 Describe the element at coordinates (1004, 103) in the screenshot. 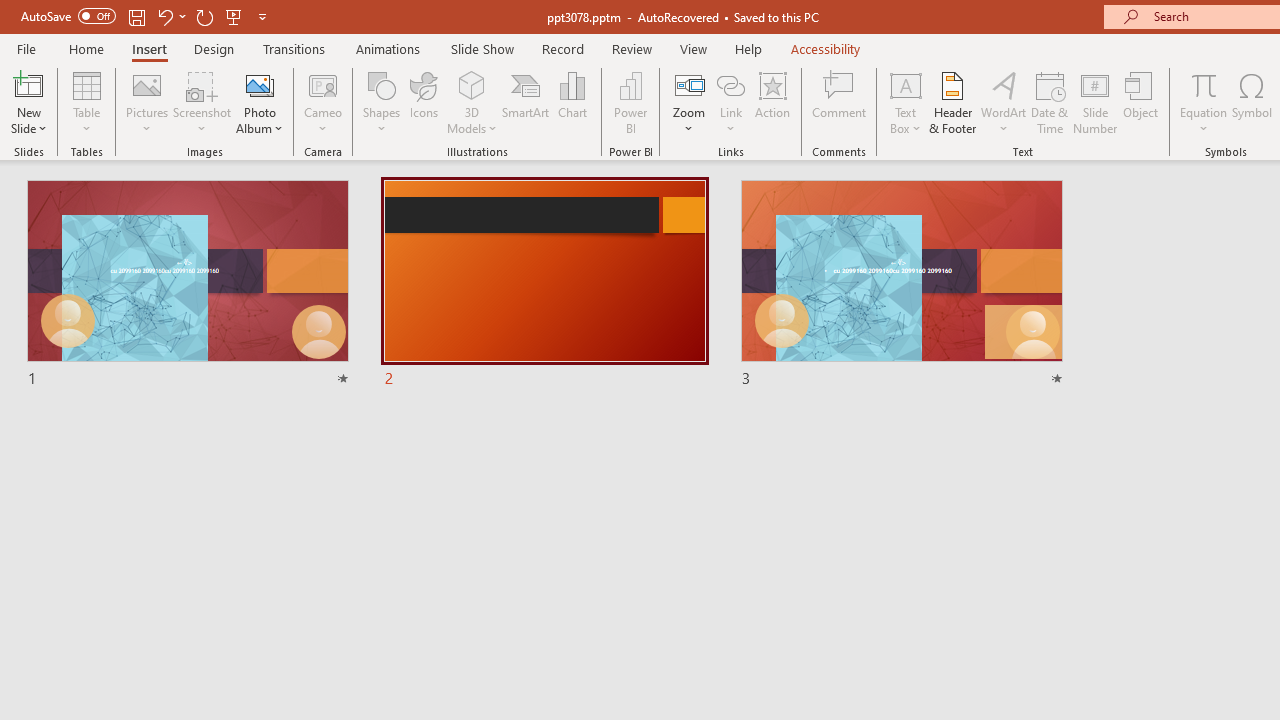

I see `'WordArt'` at that location.